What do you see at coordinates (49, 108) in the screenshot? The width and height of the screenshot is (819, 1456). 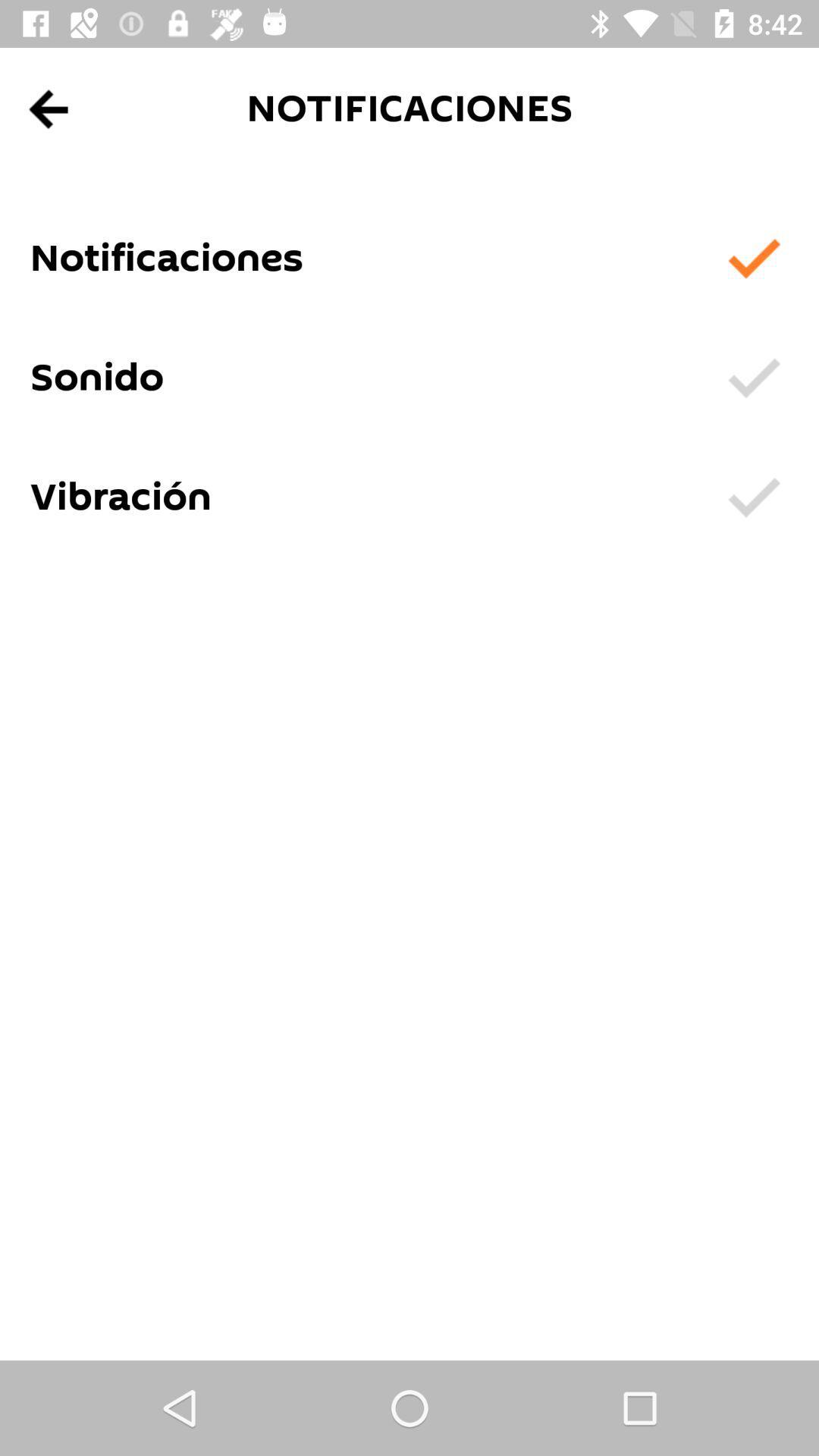 I see `icon at the top left corner` at bounding box center [49, 108].